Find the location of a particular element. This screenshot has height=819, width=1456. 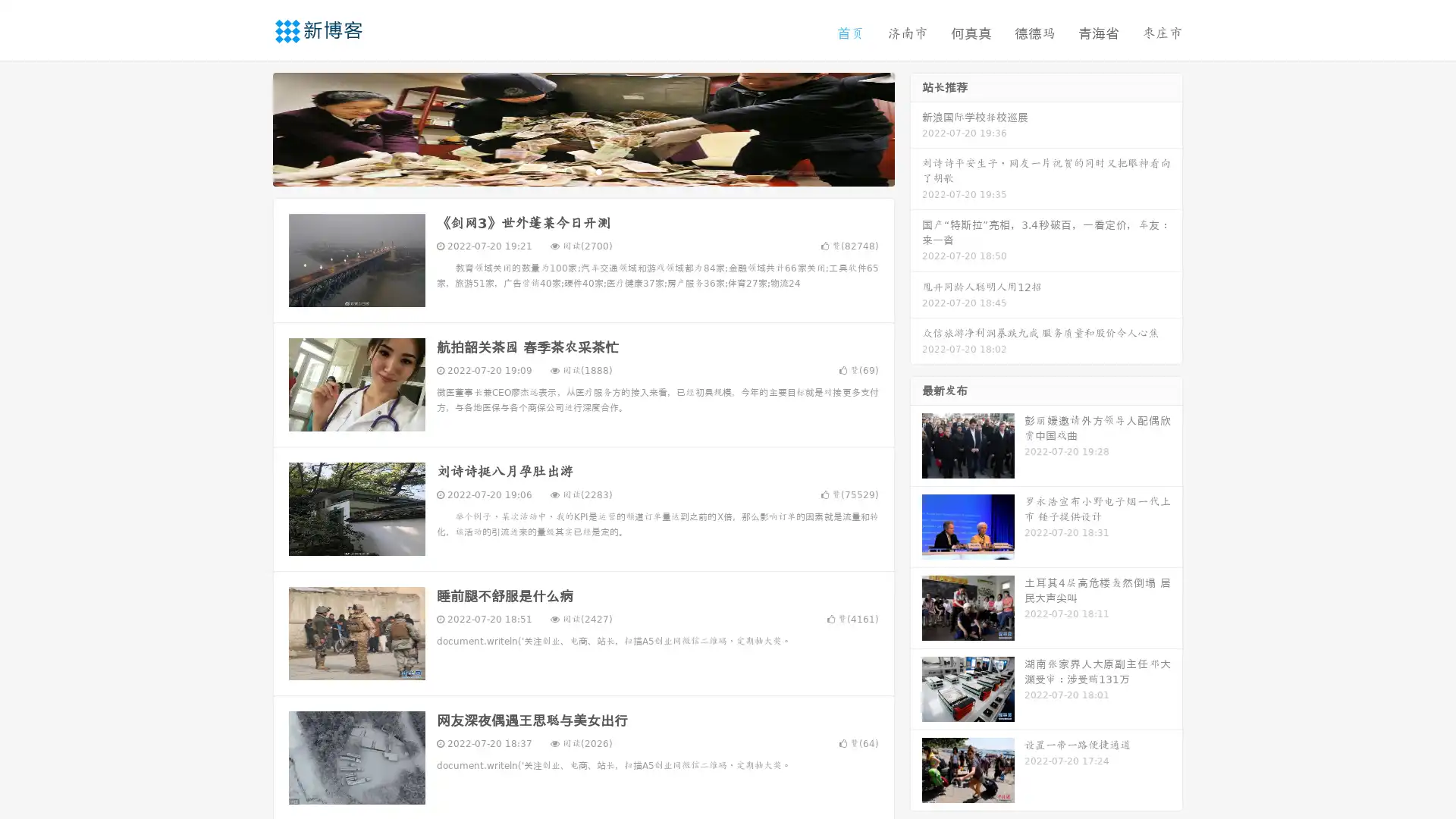

Go to slide 1 is located at coordinates (567, 171).